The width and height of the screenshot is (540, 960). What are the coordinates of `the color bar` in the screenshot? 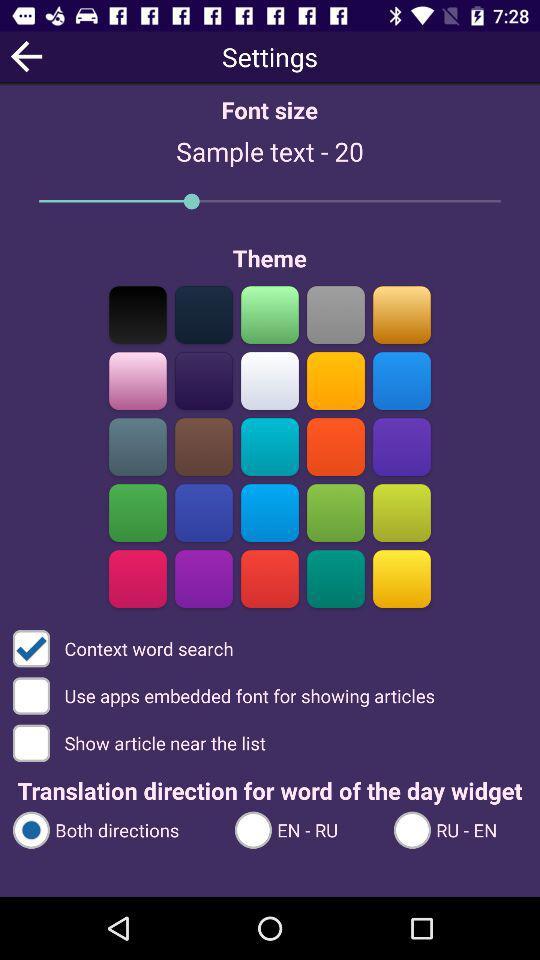 It's located at (203, 380).